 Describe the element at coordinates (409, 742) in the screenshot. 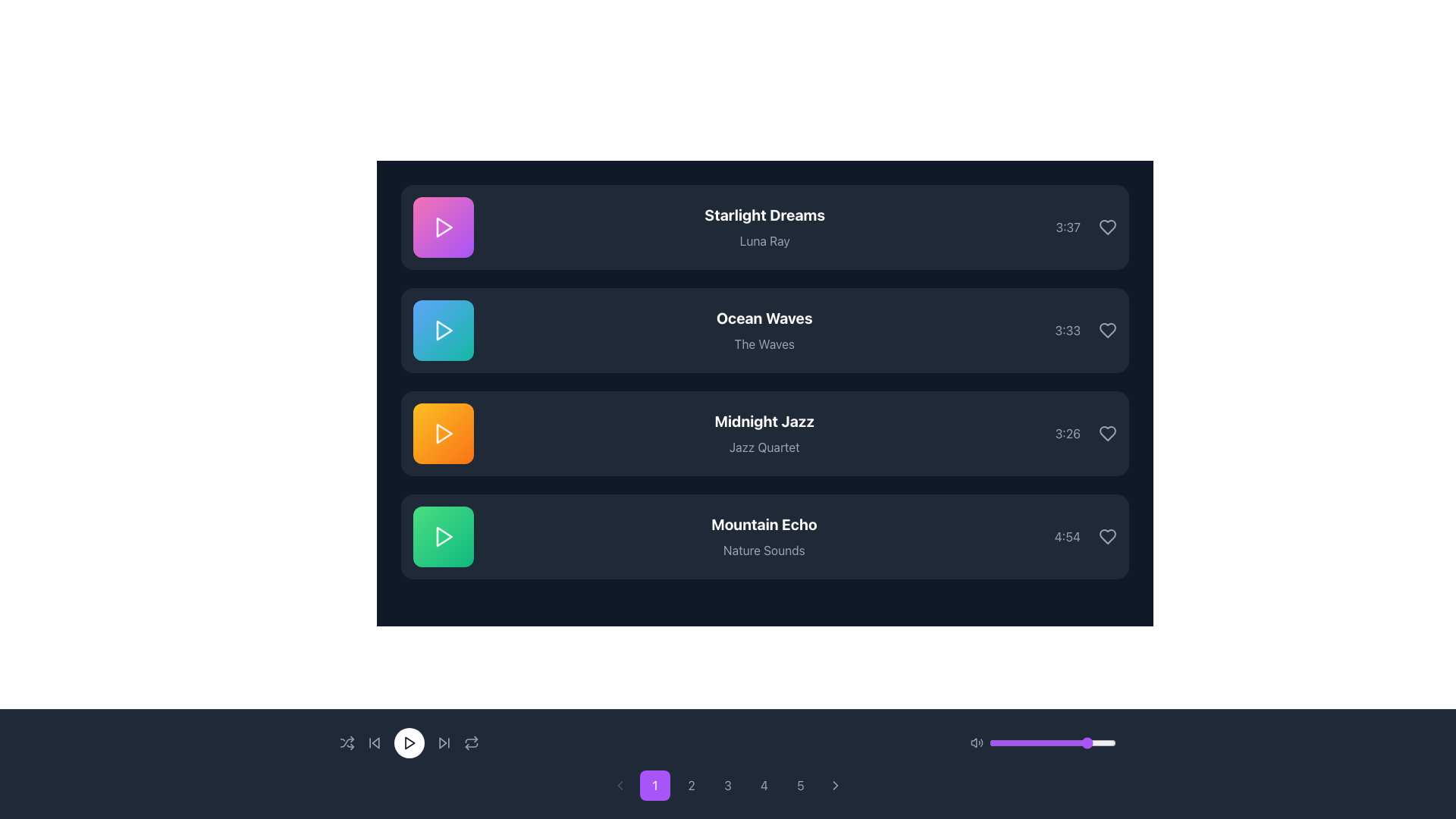

I see `the central portion of the 'Play' button icon located within the playback control bar` at that location.